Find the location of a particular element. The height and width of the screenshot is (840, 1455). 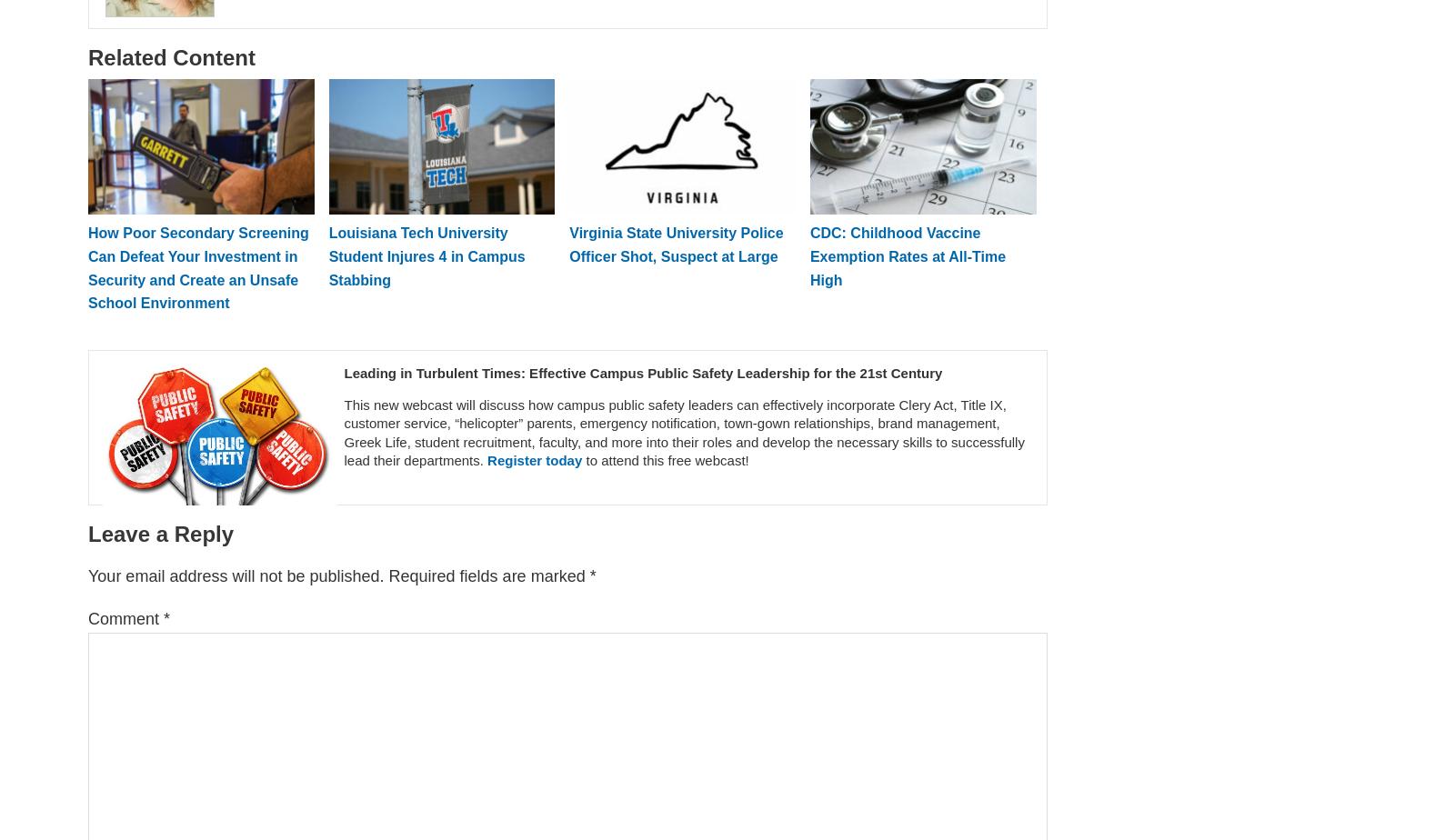

'Register today' is located at coordinates (487, 459).